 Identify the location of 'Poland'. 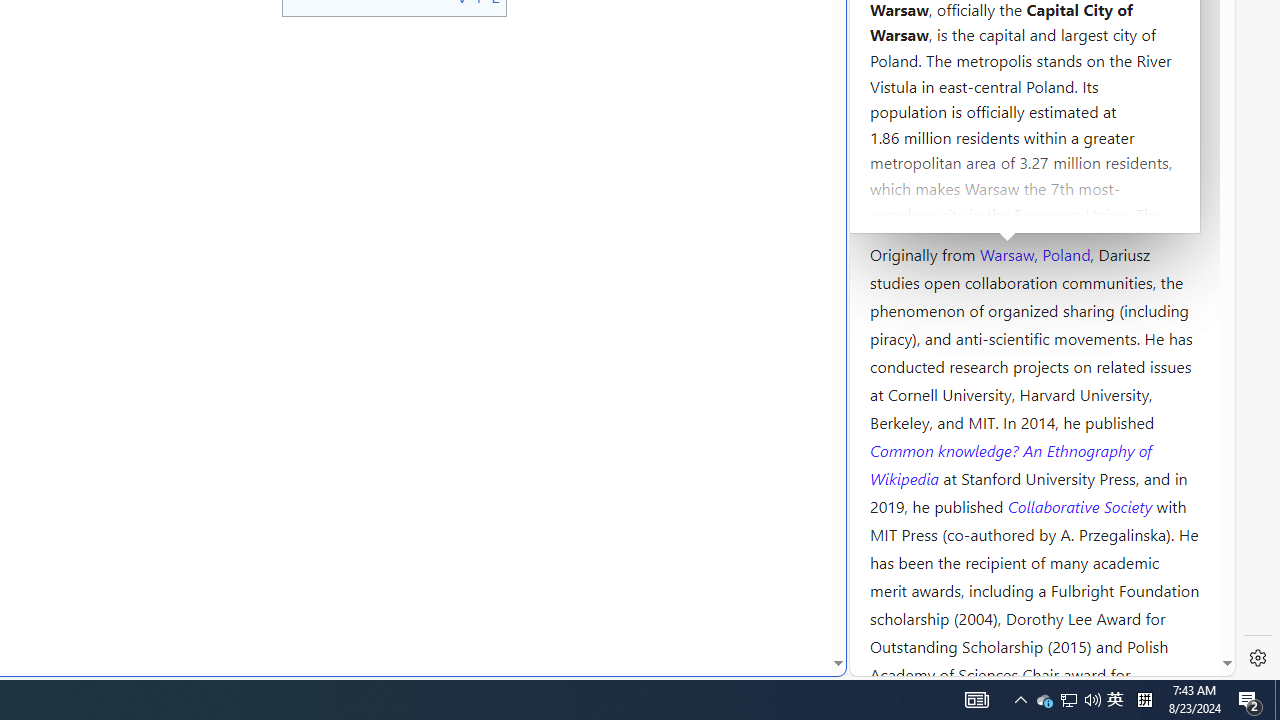
(1065, 252).